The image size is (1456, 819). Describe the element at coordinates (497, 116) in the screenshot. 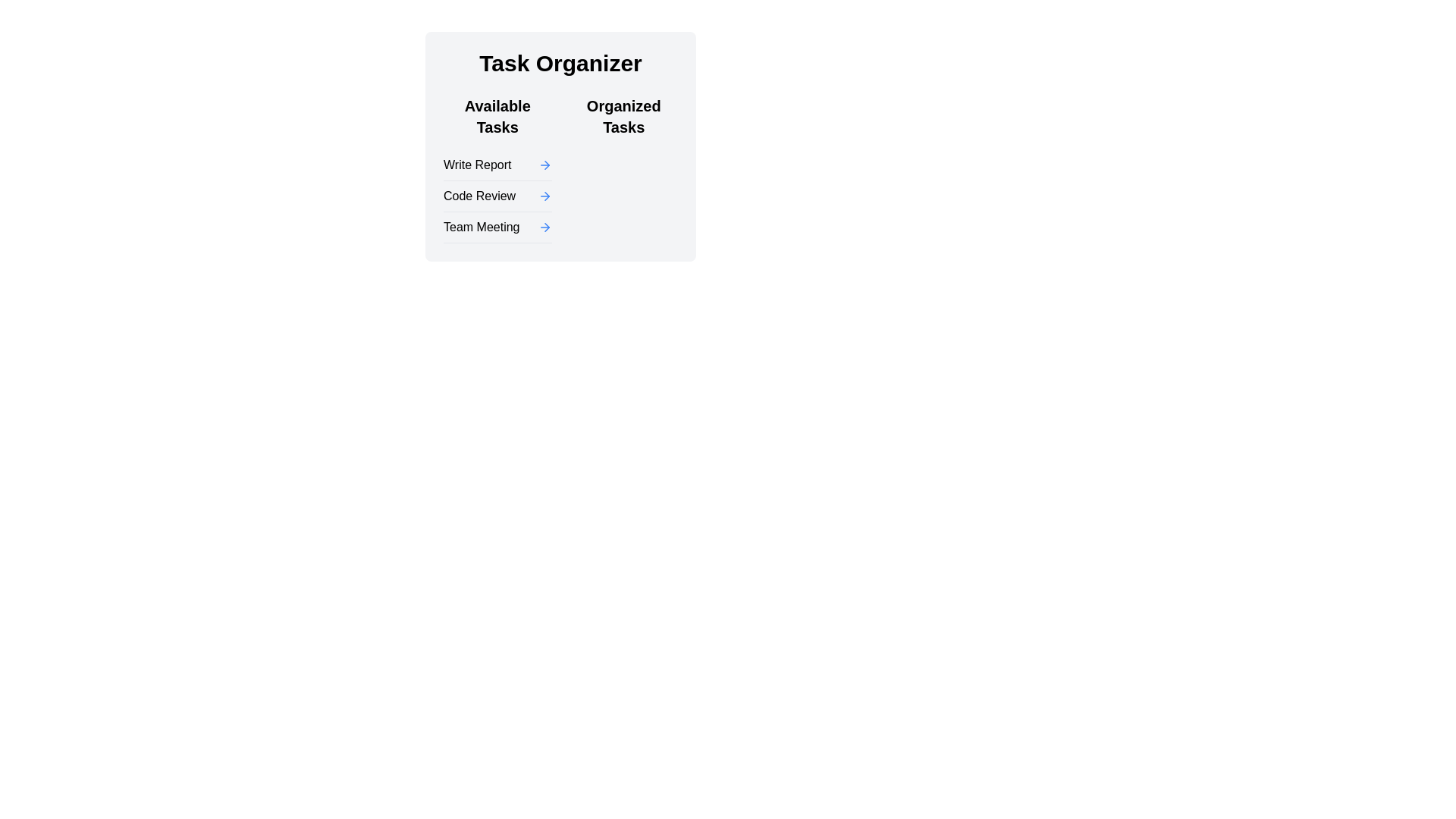

I see `header text element that categorizes the list of tasks as 'Available Tasks', located at the top-left side of the task section` at that location.